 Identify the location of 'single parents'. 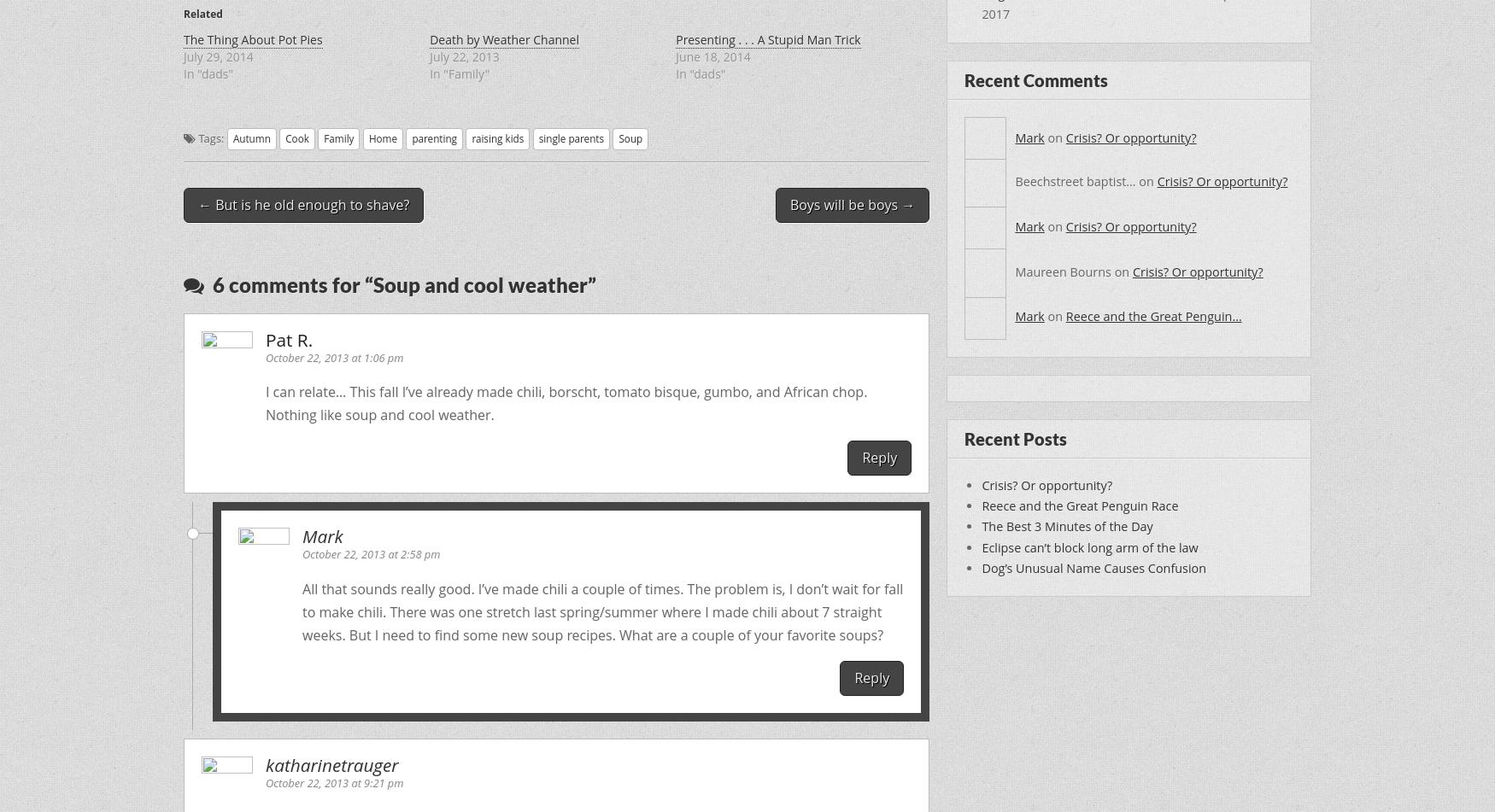
(570, 137).